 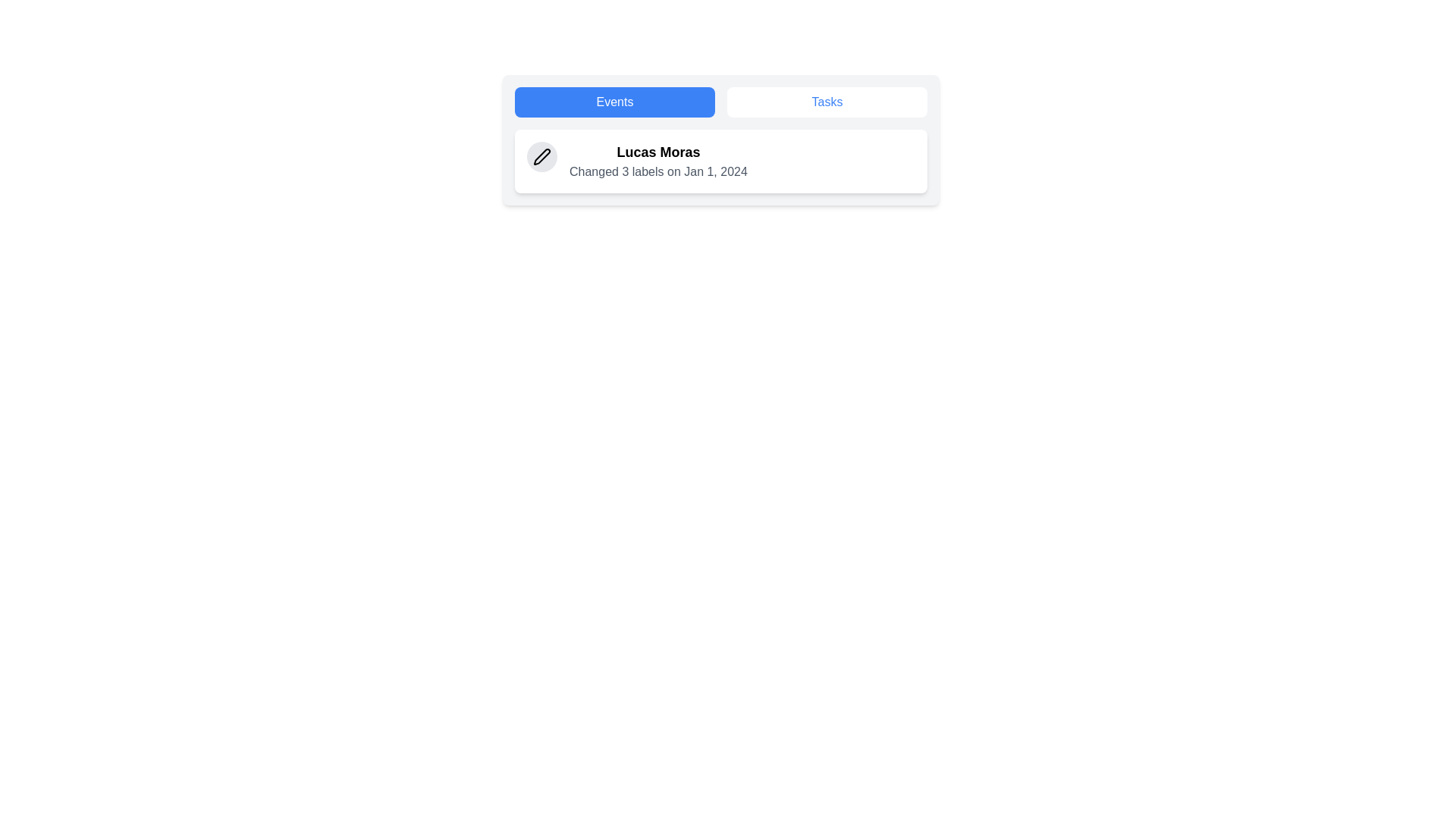 What do you see at coordinates (720, 161) in the screenshot?
I see `the text 'Lucas Moras' in the user activity component` at bounding box center [720, 161].